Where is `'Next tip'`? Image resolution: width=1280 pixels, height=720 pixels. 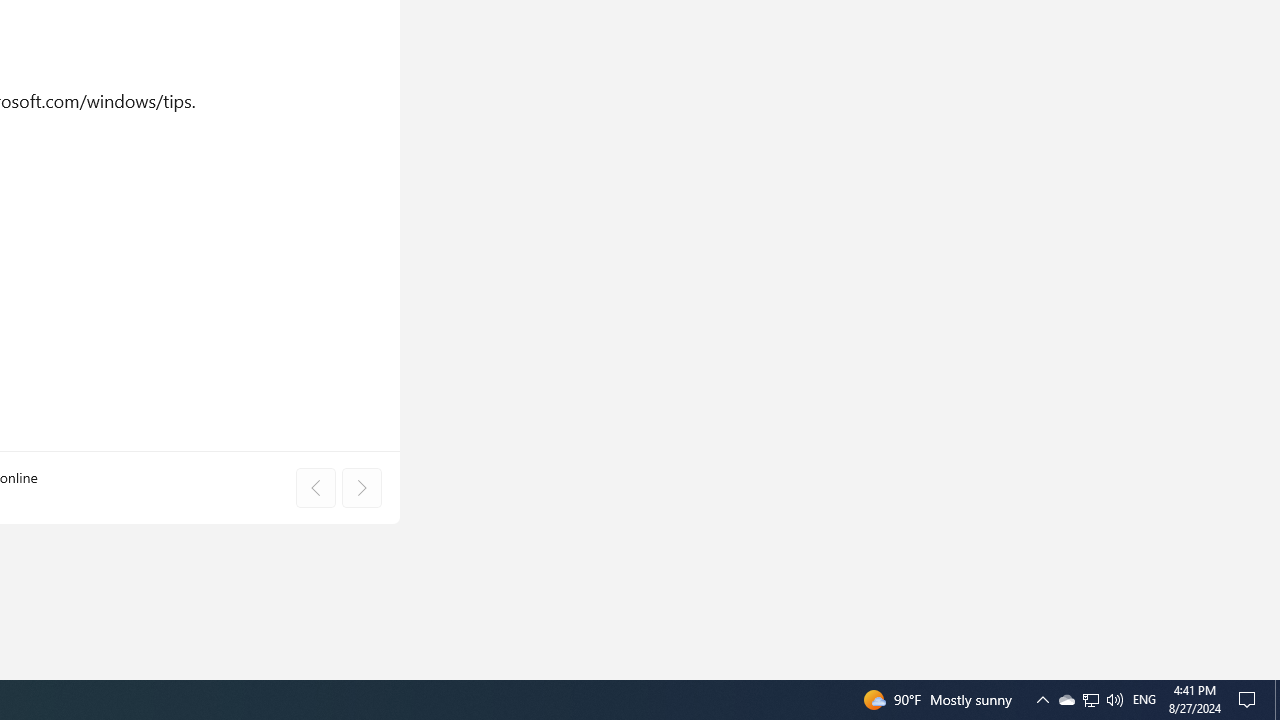 'Next tip' is located at coordinates (361, 488).